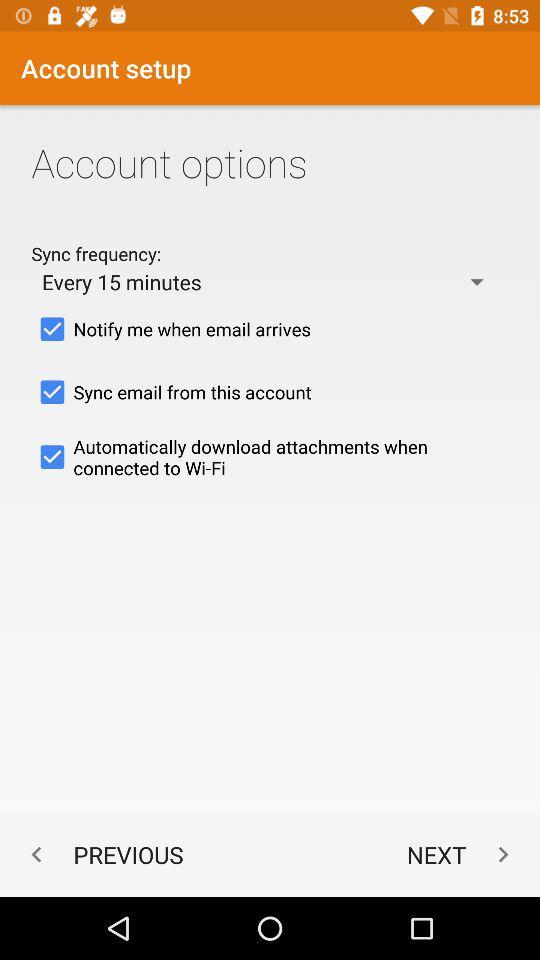 The height and width of the screenshot is (960, 540). I want to click on notify me when, so click(270, 329).